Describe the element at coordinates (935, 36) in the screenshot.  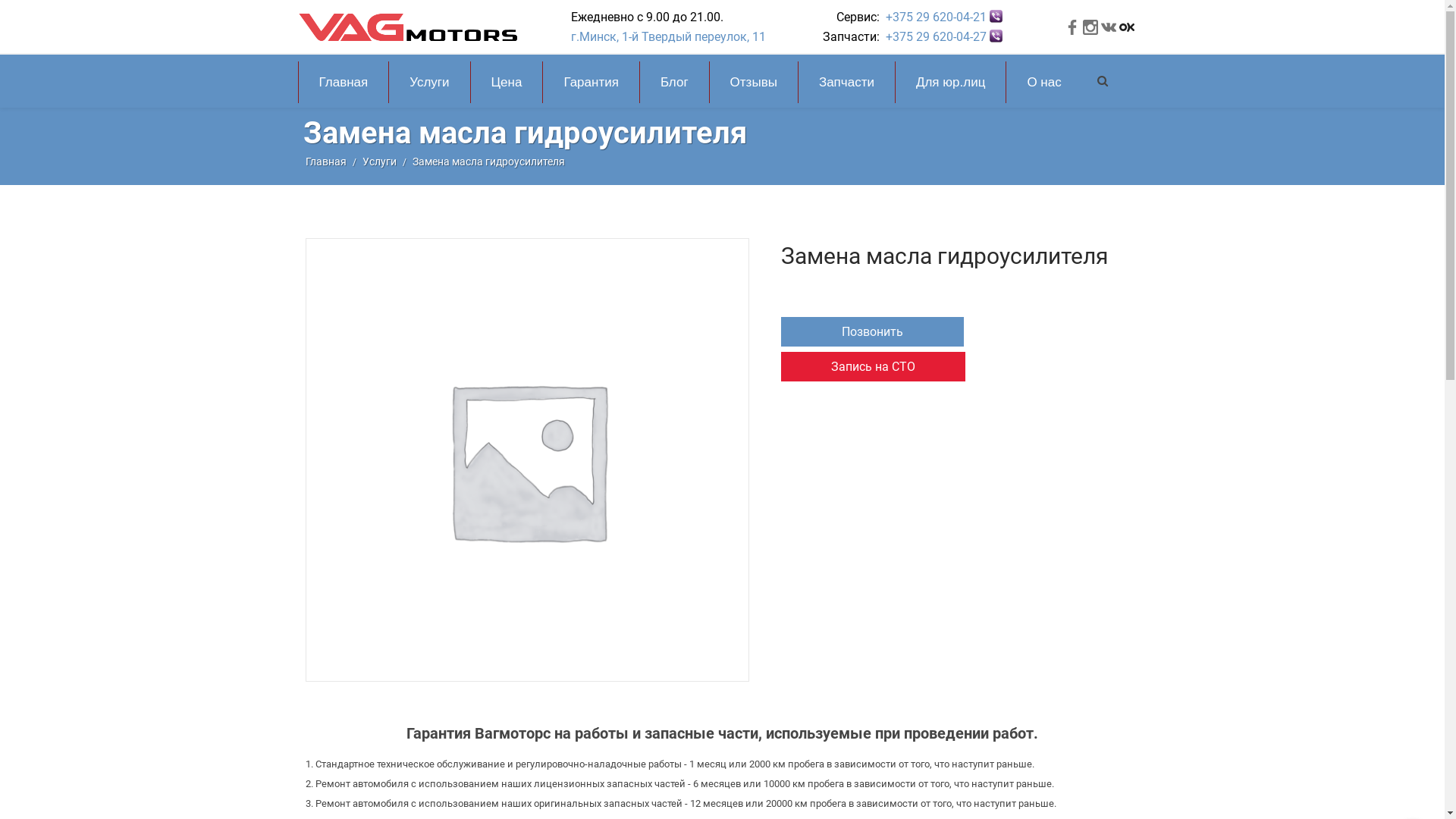
I see `'+375 29 620-04-27'` at that location.